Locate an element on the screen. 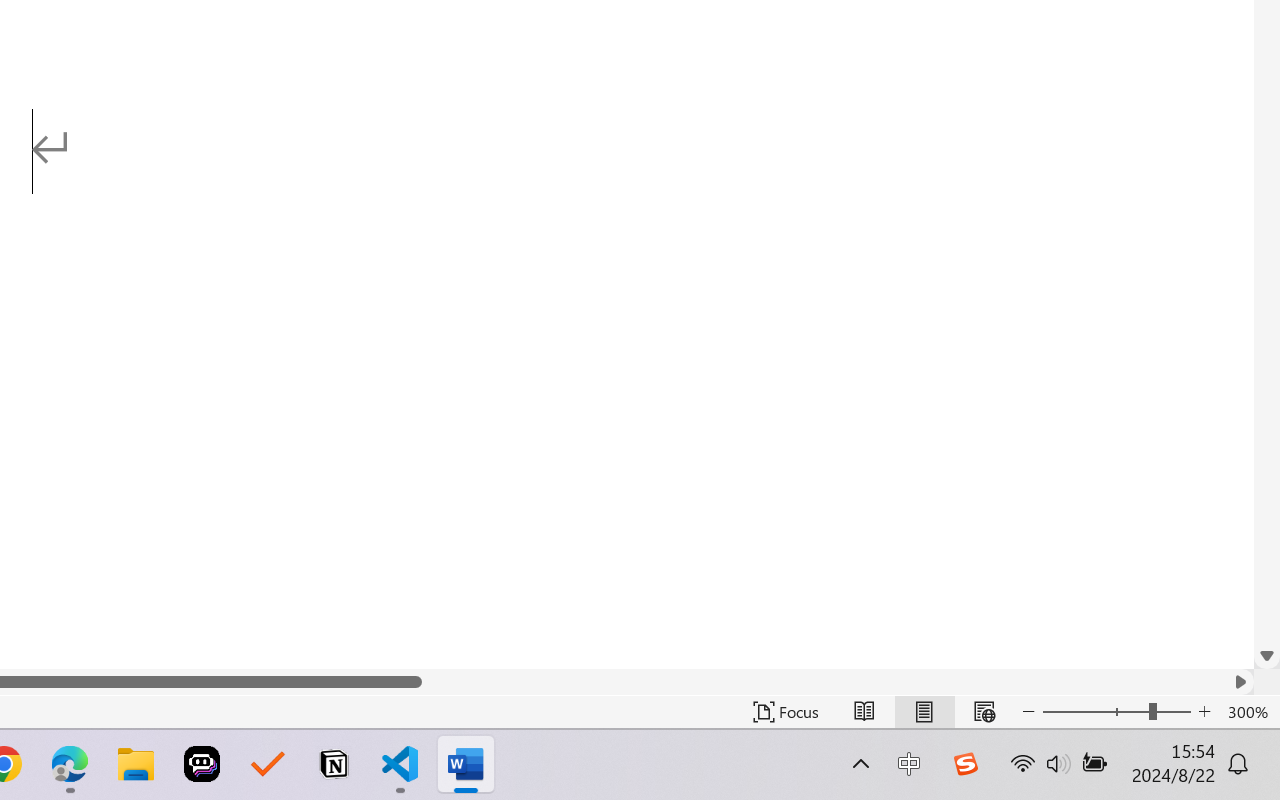  'Column right' is located at coordinates (1239, 682).